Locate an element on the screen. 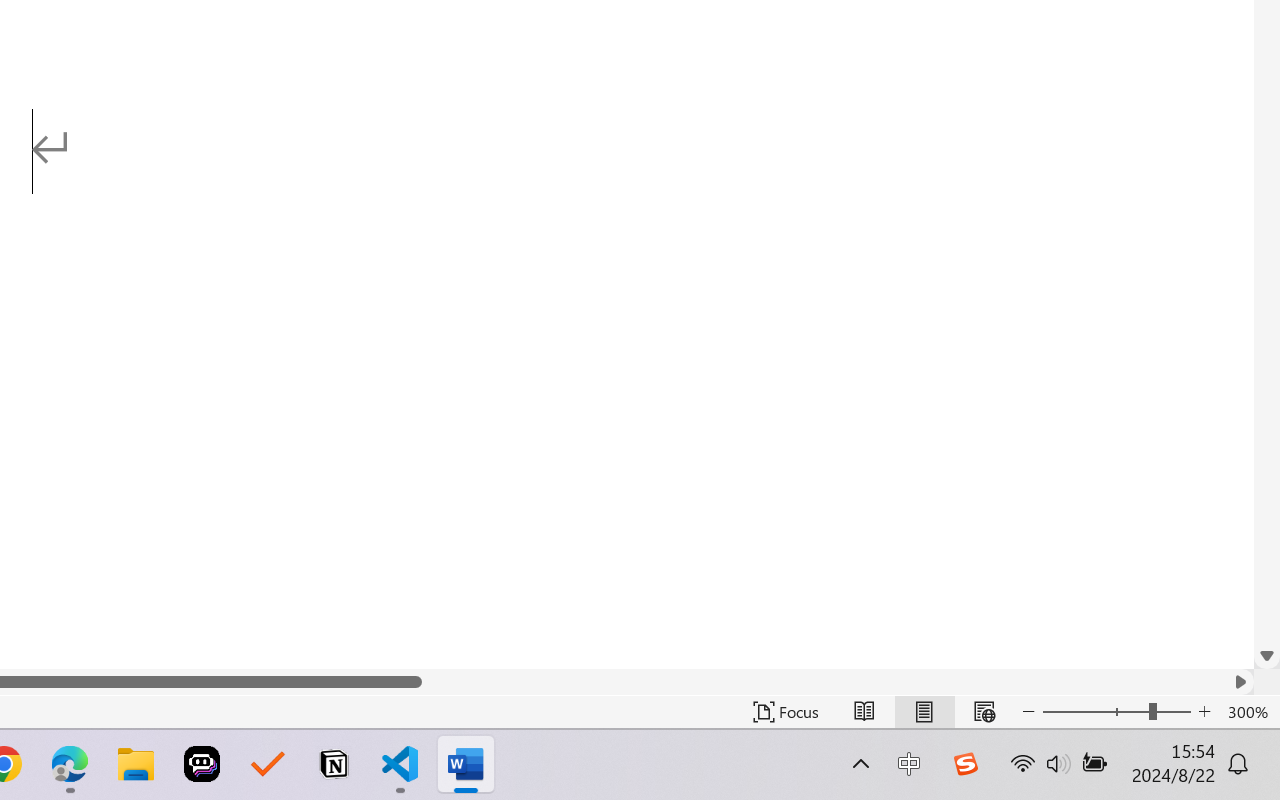  'Column right' is located at coordinates (1239, 682).